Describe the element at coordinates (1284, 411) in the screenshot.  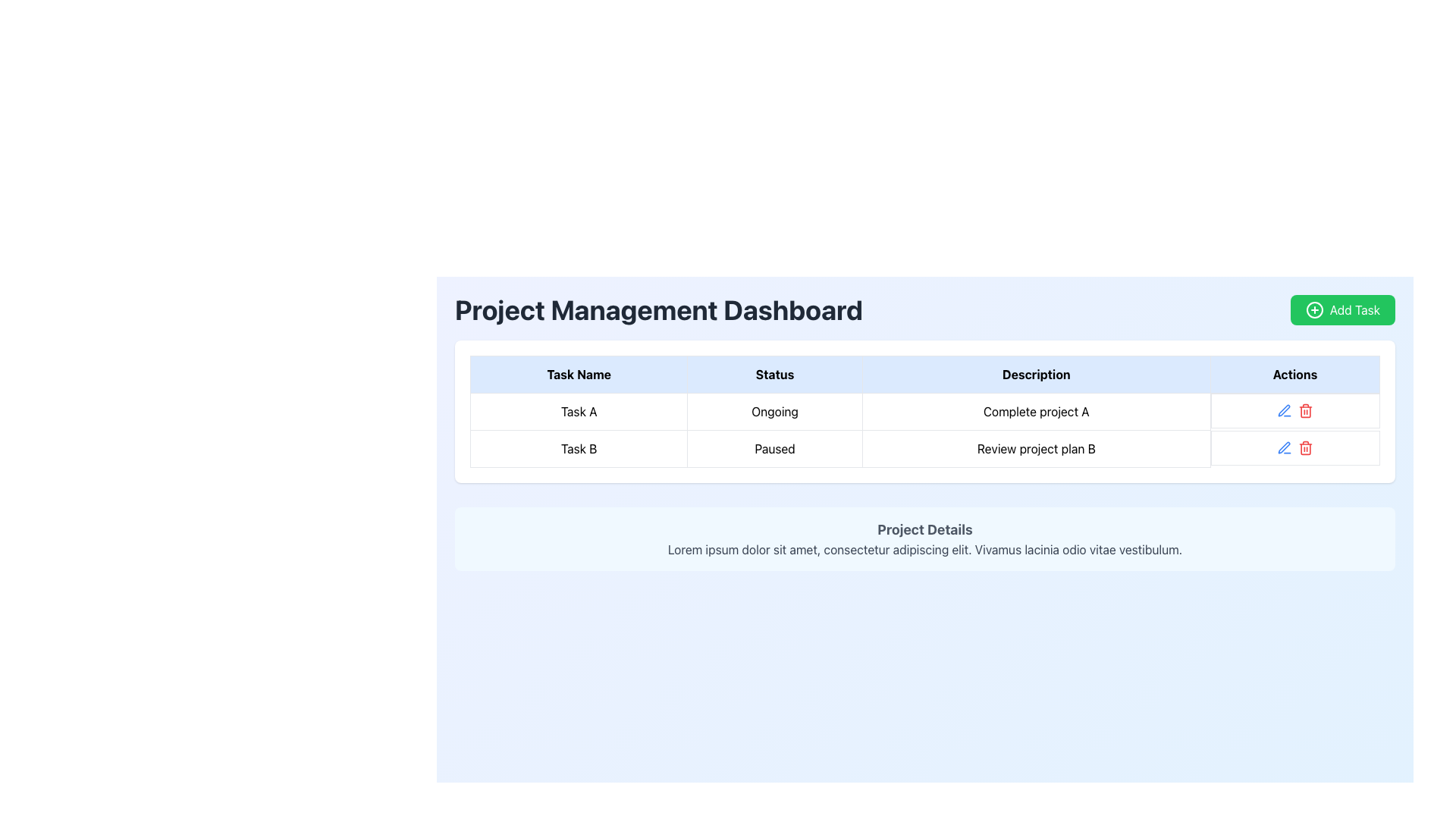
I see `the first action button in the 'Actions' column of the second row in the table` at that location.